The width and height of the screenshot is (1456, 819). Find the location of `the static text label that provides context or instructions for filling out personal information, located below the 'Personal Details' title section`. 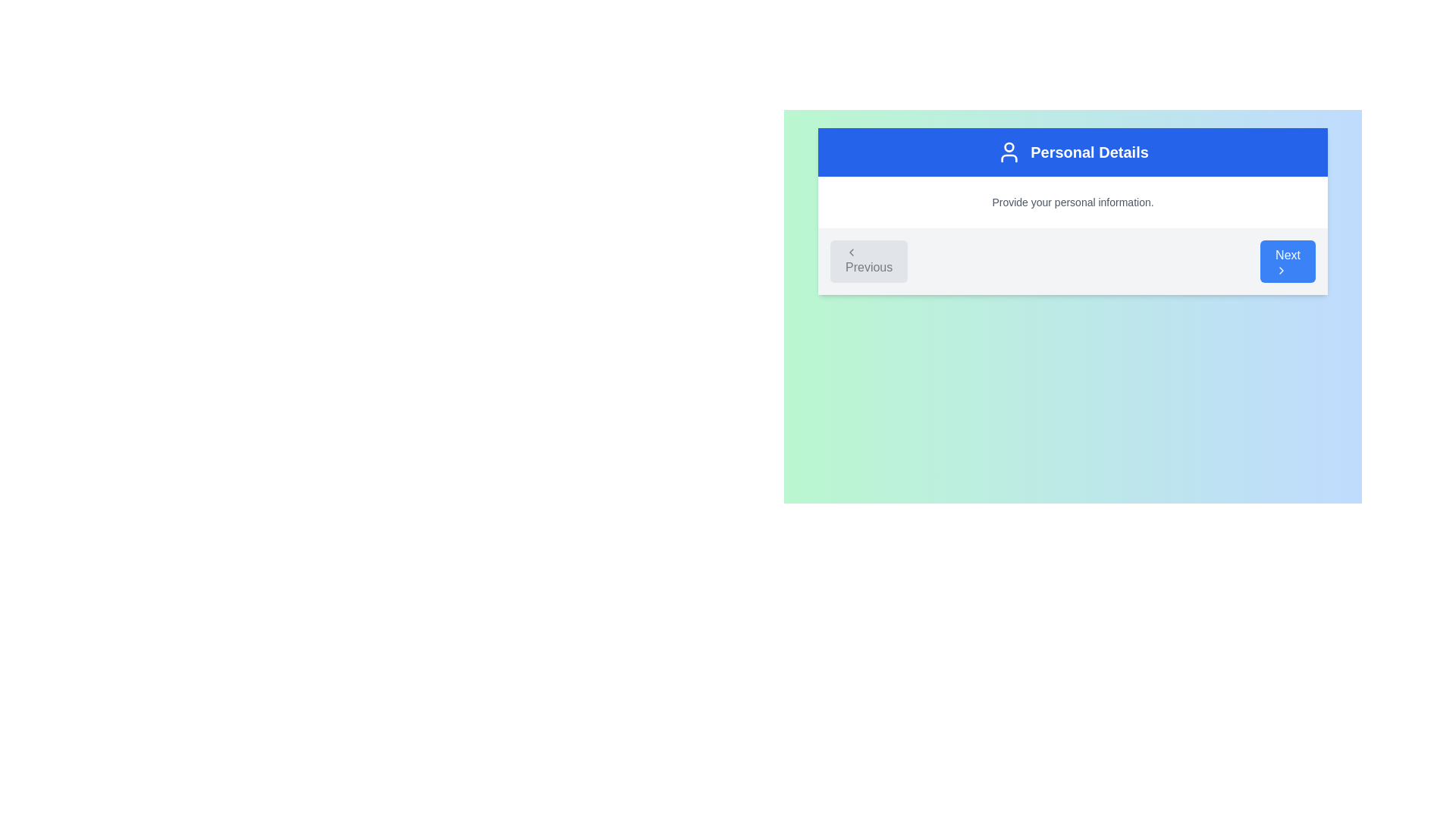

the static text label that provides context or instructions for filling out personal information, located below the 'Personal Details' title section is located at coordinates (1072, 201).